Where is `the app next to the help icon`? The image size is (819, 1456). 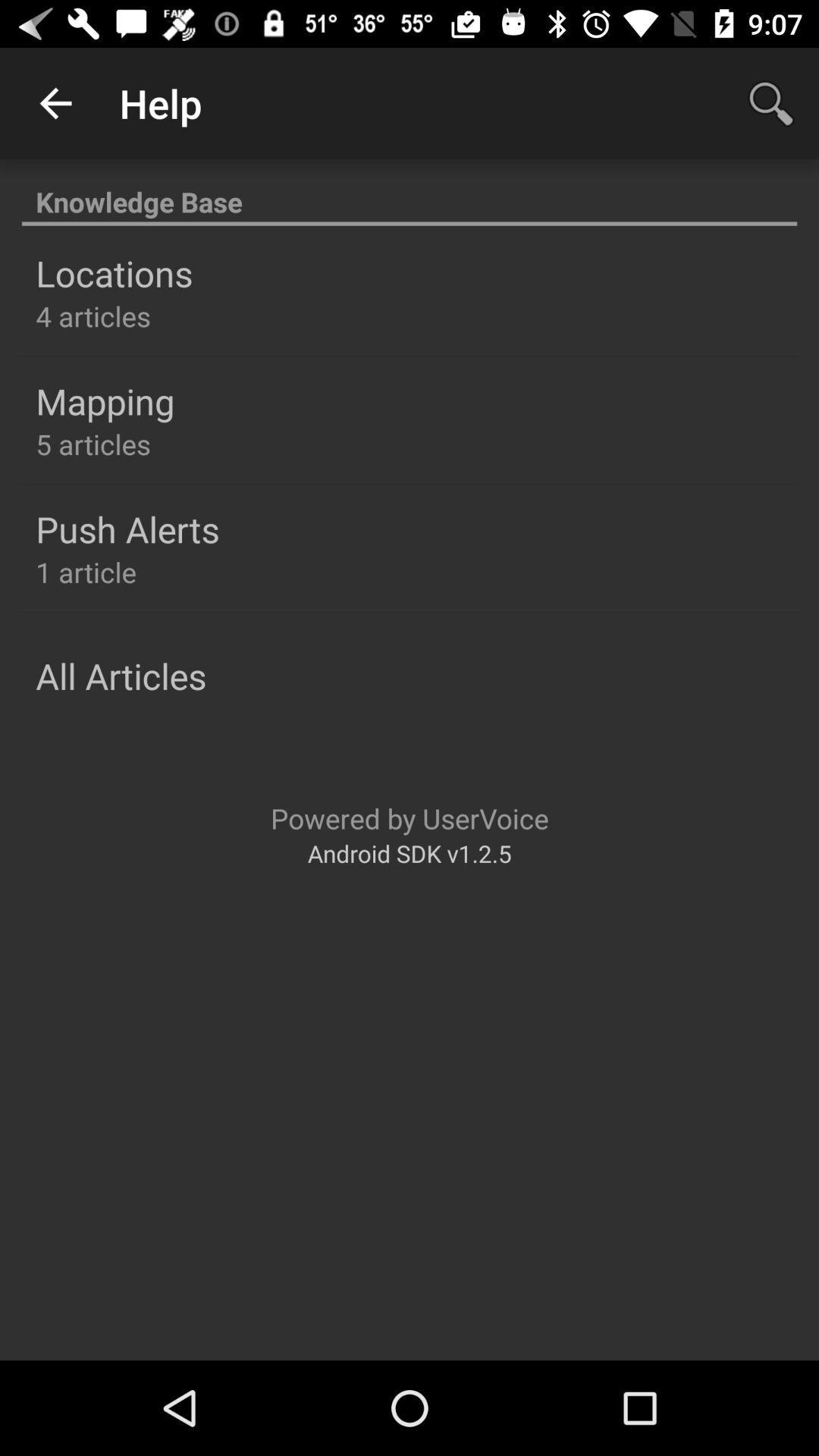 the app next to the help icon is located at coordinates (55, 102).